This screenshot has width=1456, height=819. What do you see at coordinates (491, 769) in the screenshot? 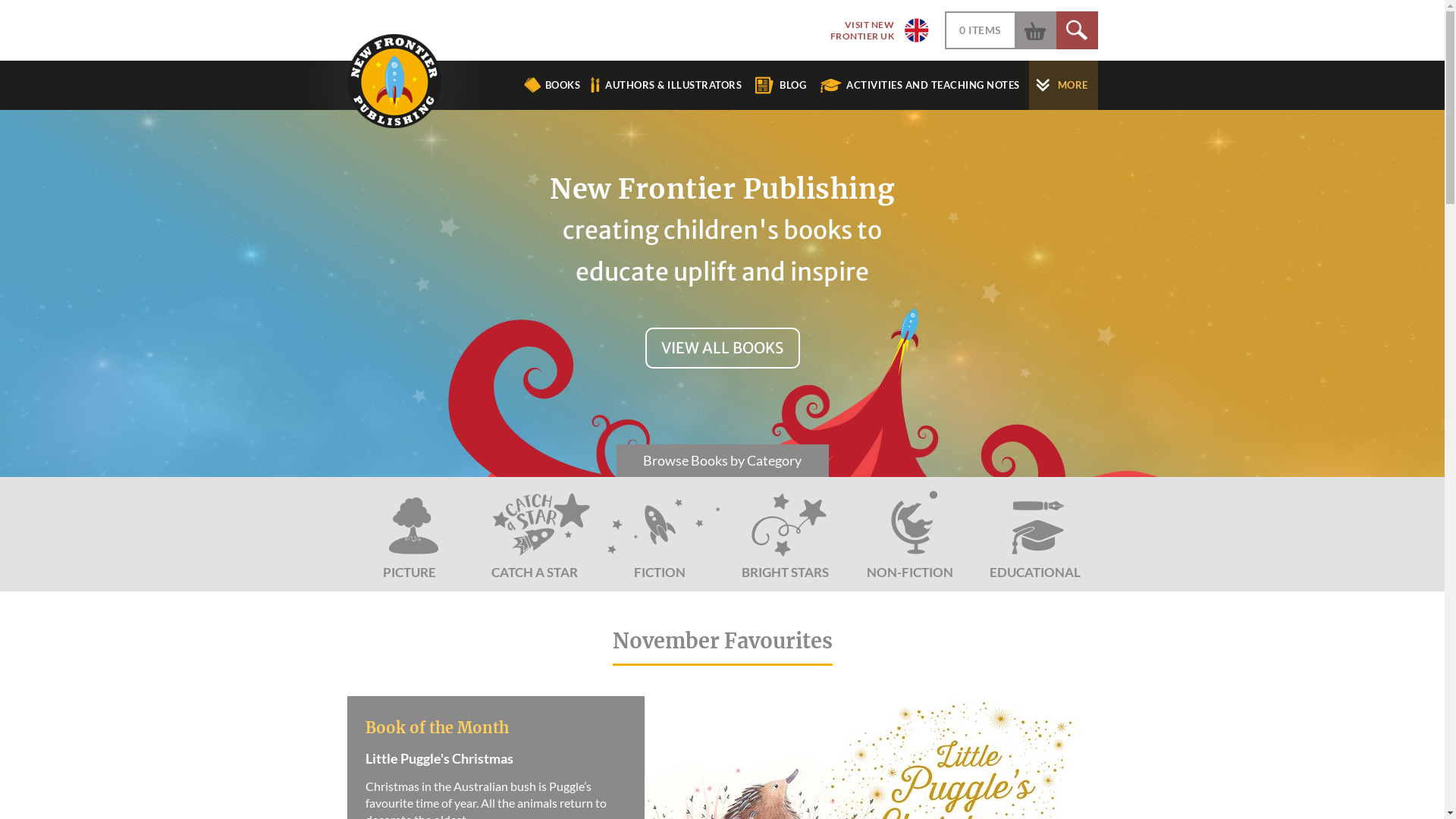
I see `'Little Puggle's Christmas'` at bounding box center [491, 769].